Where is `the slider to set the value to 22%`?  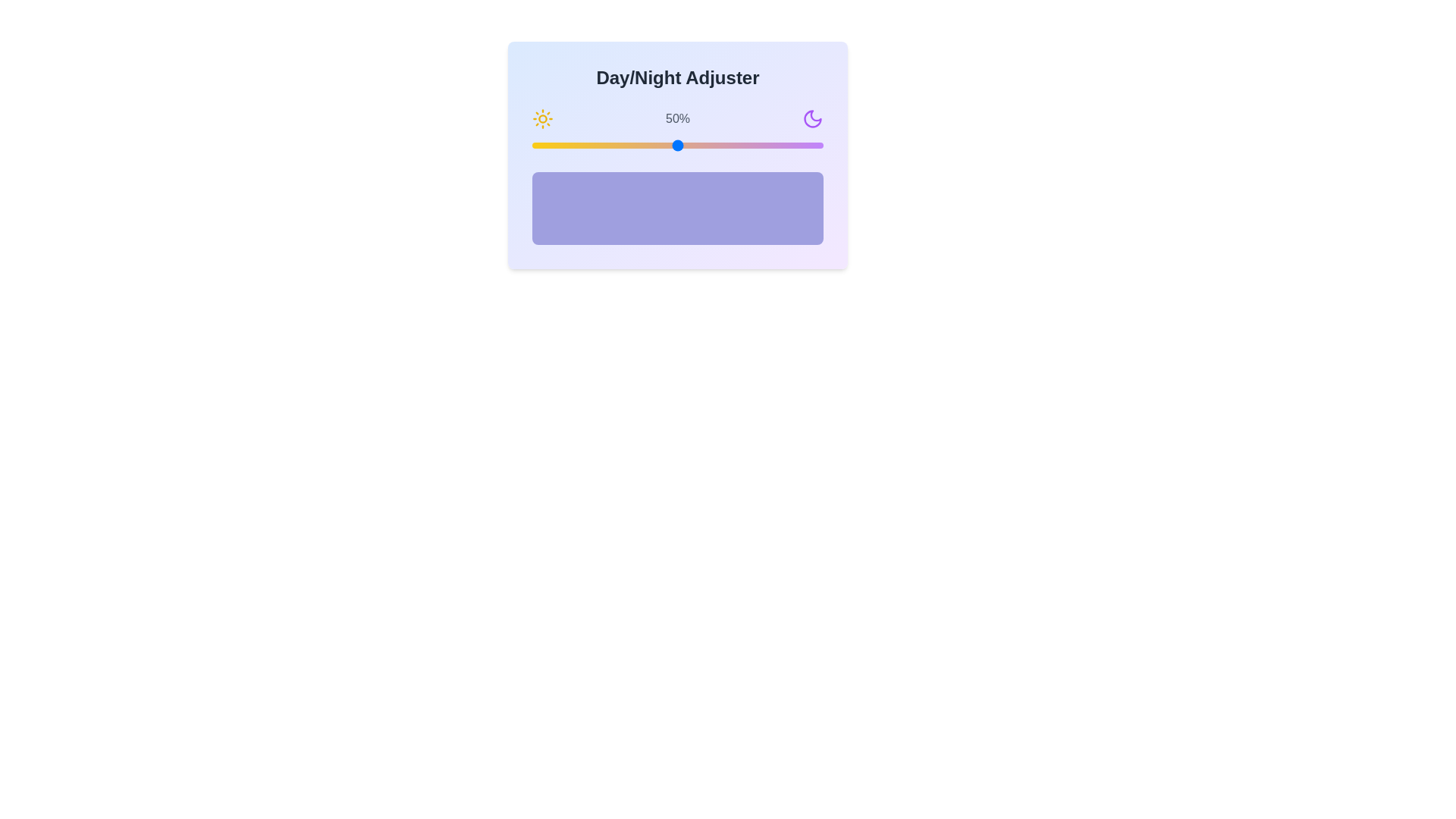 the slider to set the value to 22% is located at coordinates (595, 146).